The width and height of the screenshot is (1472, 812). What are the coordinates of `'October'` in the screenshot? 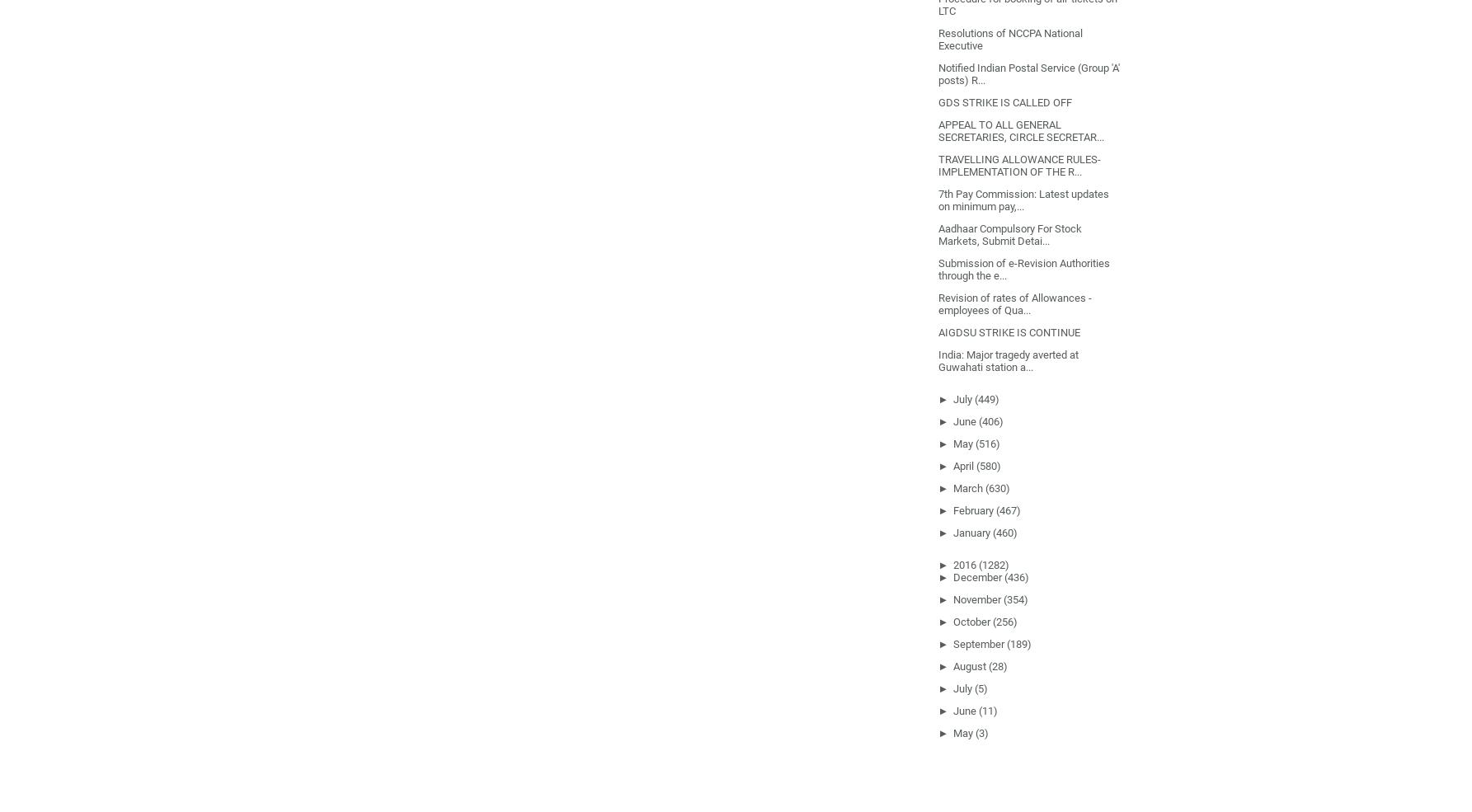 It's located at (971, 621).